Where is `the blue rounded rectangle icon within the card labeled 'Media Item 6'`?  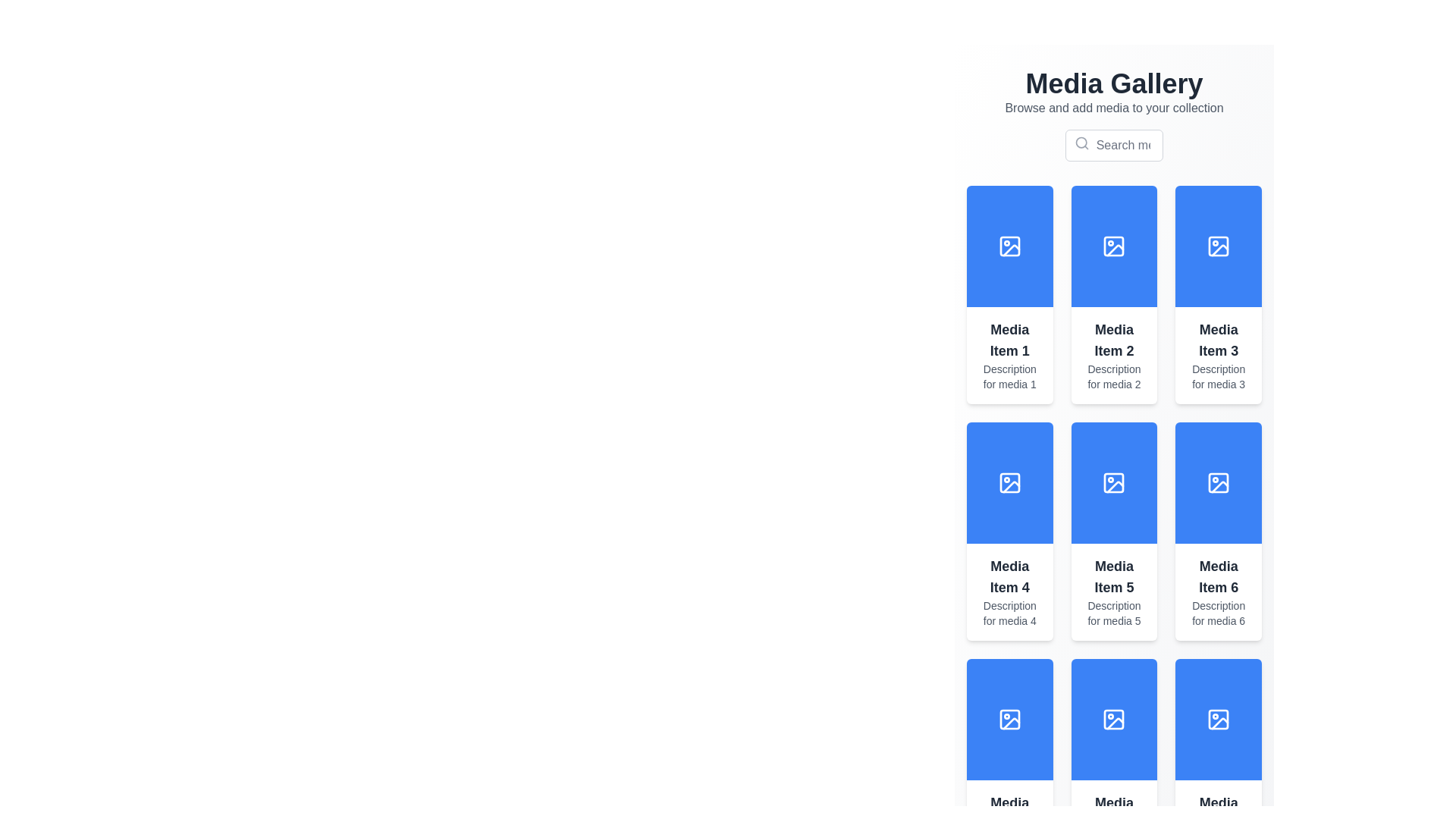 the blue rounded rectangle icon within the card labeled 'Media Item 6' is located at coordinates (1219, 482).